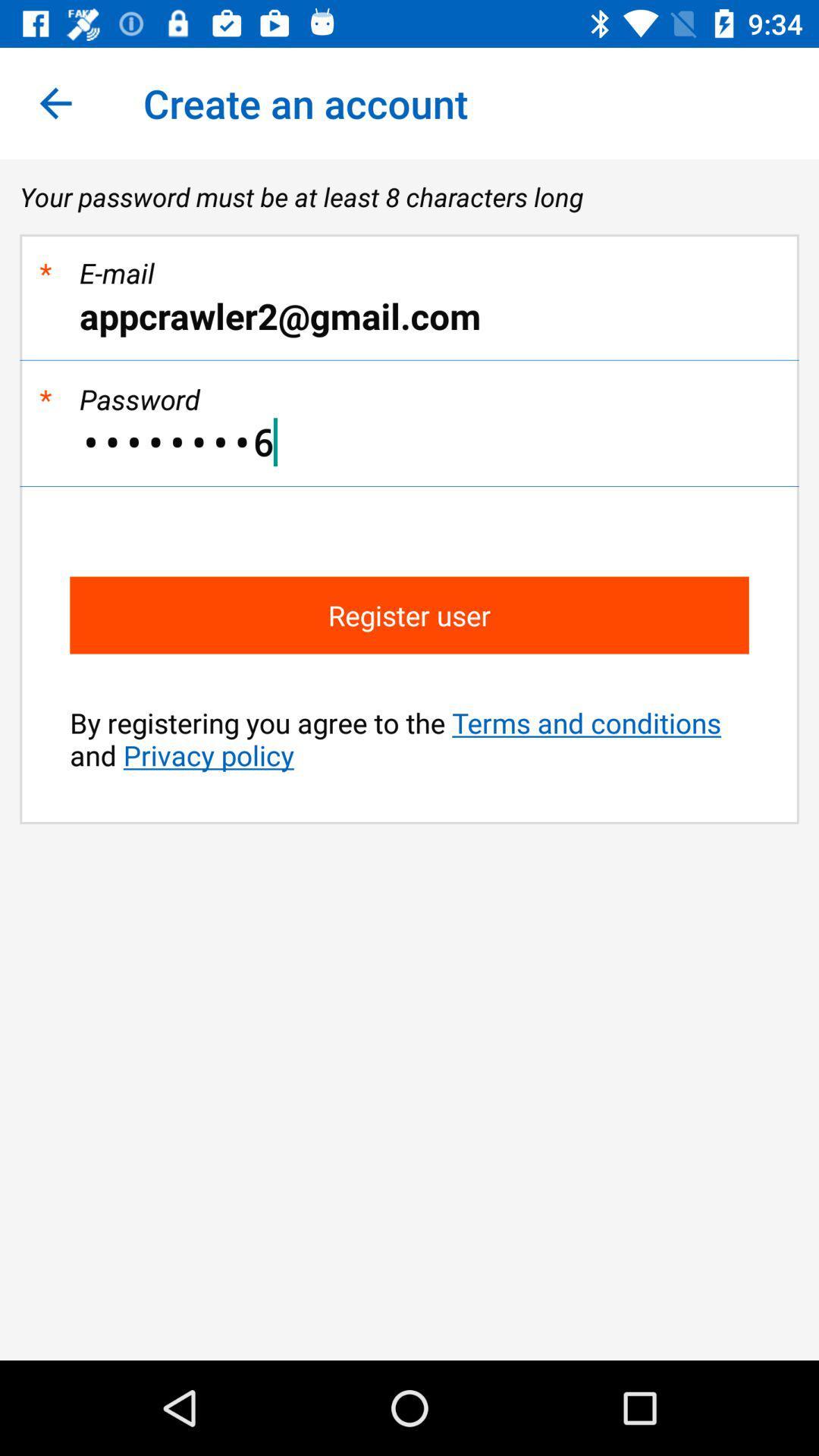 The width and height of the screenshot is (819, 1456). I want to click on item below the * icon, so click(409, 441).